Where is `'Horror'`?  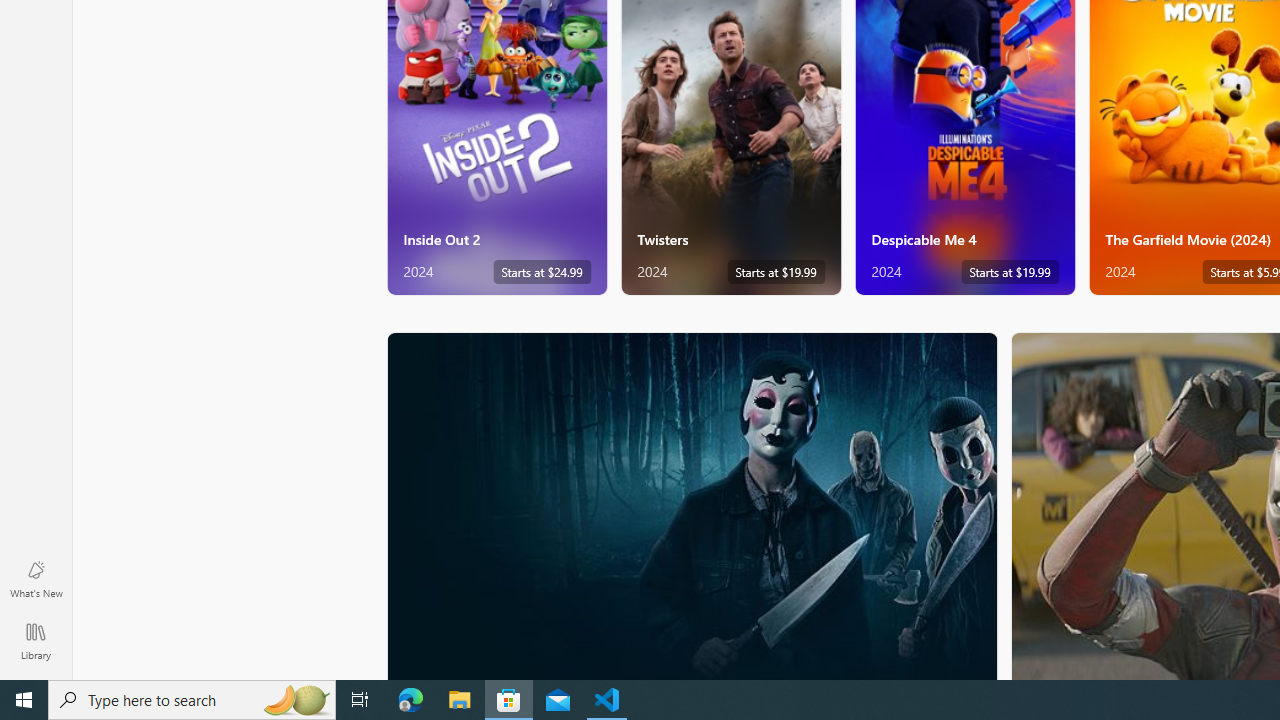 'Horror' is located at coordinates (692, 504).